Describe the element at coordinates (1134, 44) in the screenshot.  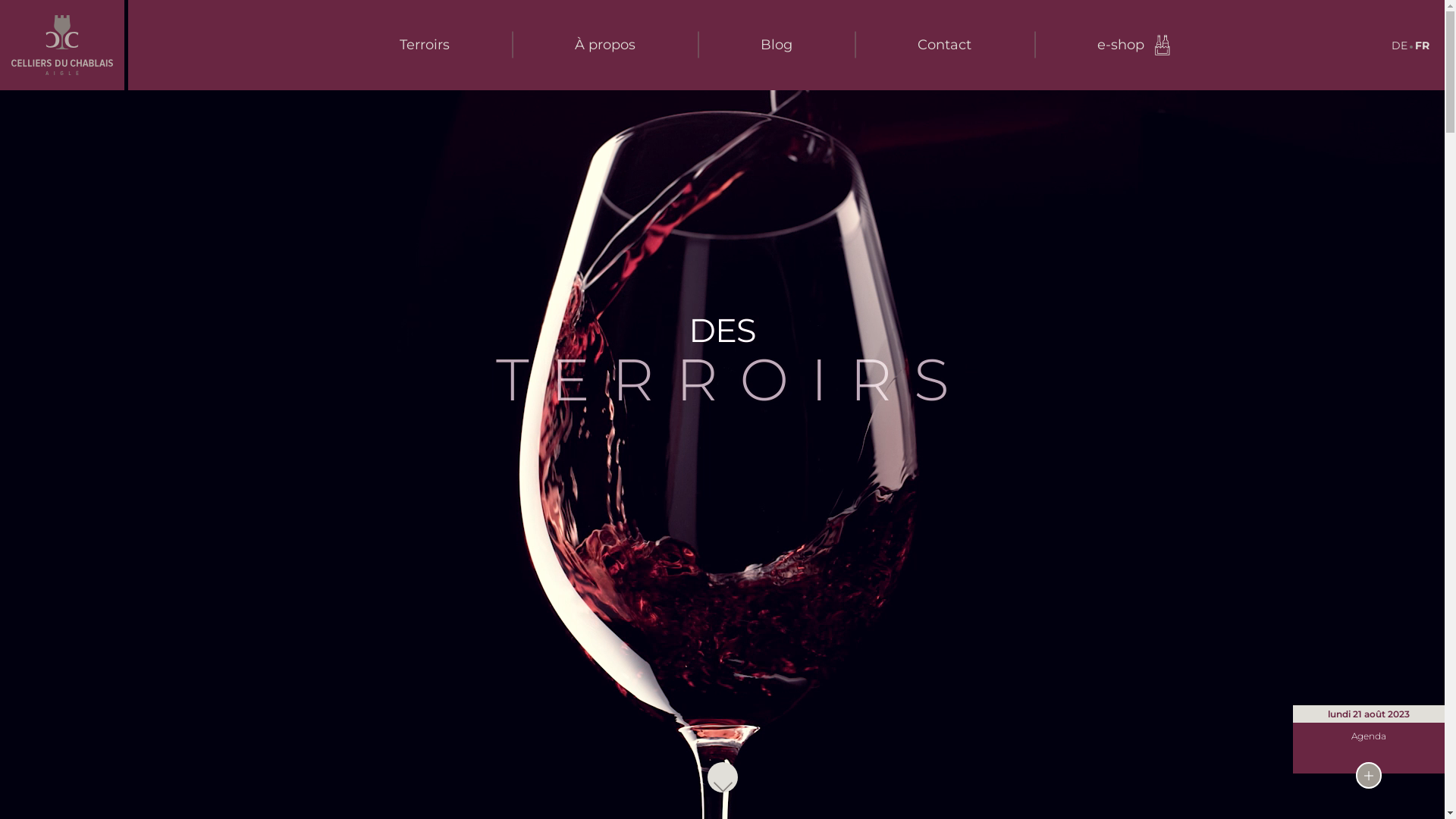
I see `'e-shop'` at that location.